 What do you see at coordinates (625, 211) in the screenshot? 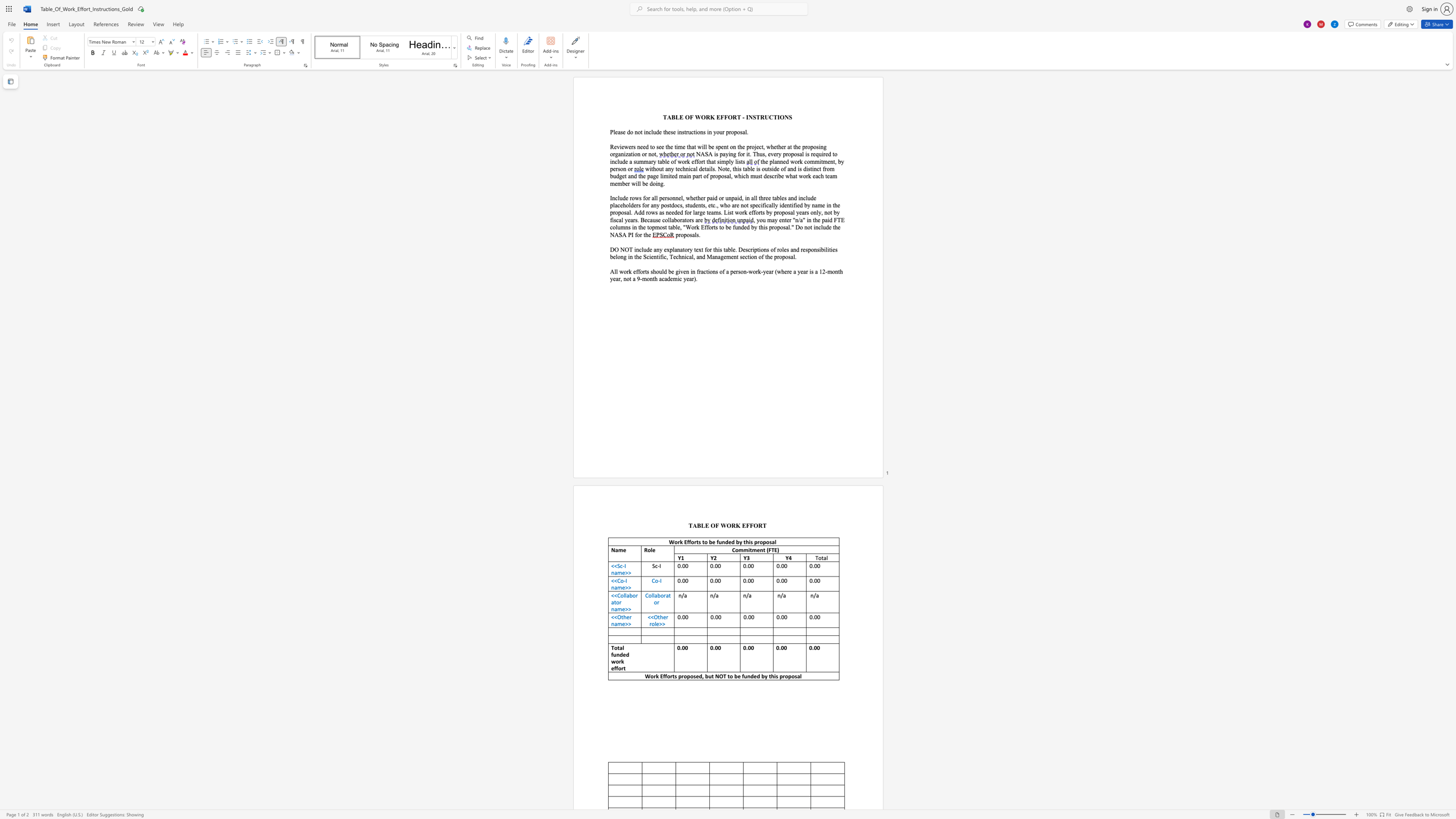
I see `the 1th character "s" in the text` at bounding box center [625, 211].